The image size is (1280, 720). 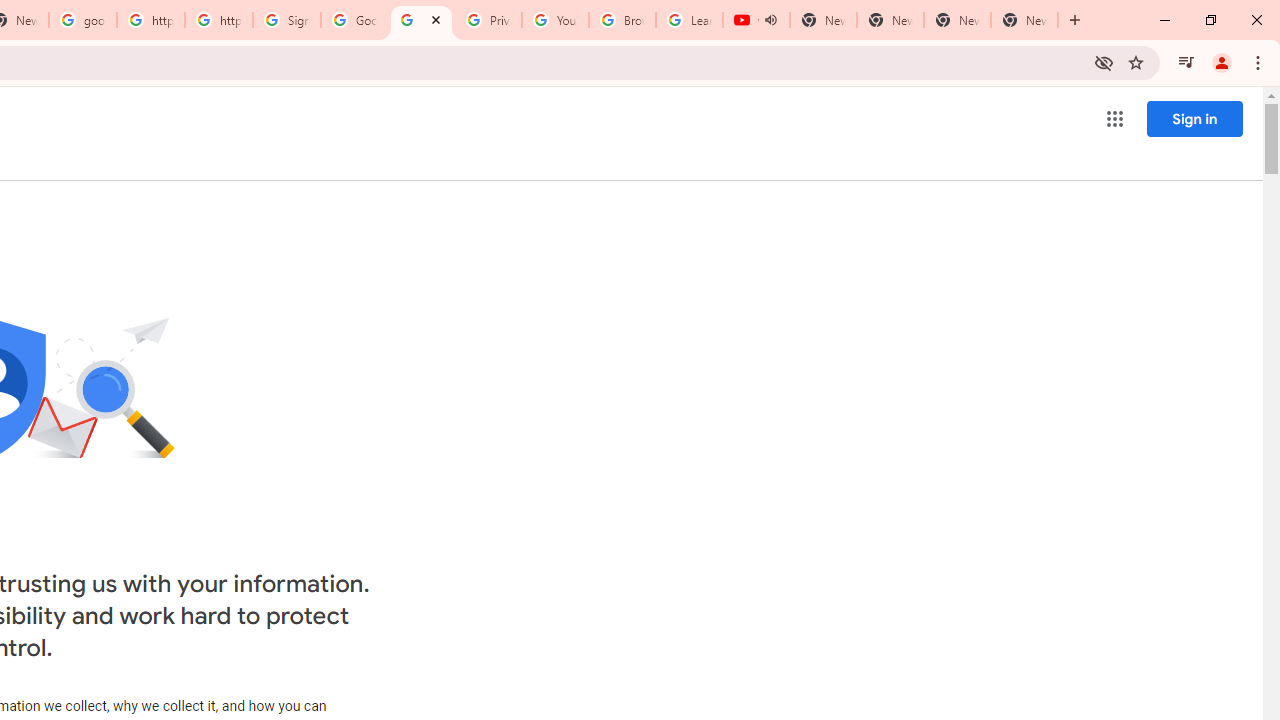 What do you see at coordinates (1024, 20) in the screenshot?
I see `'New Tab'` at bounding box center [1024, 20].